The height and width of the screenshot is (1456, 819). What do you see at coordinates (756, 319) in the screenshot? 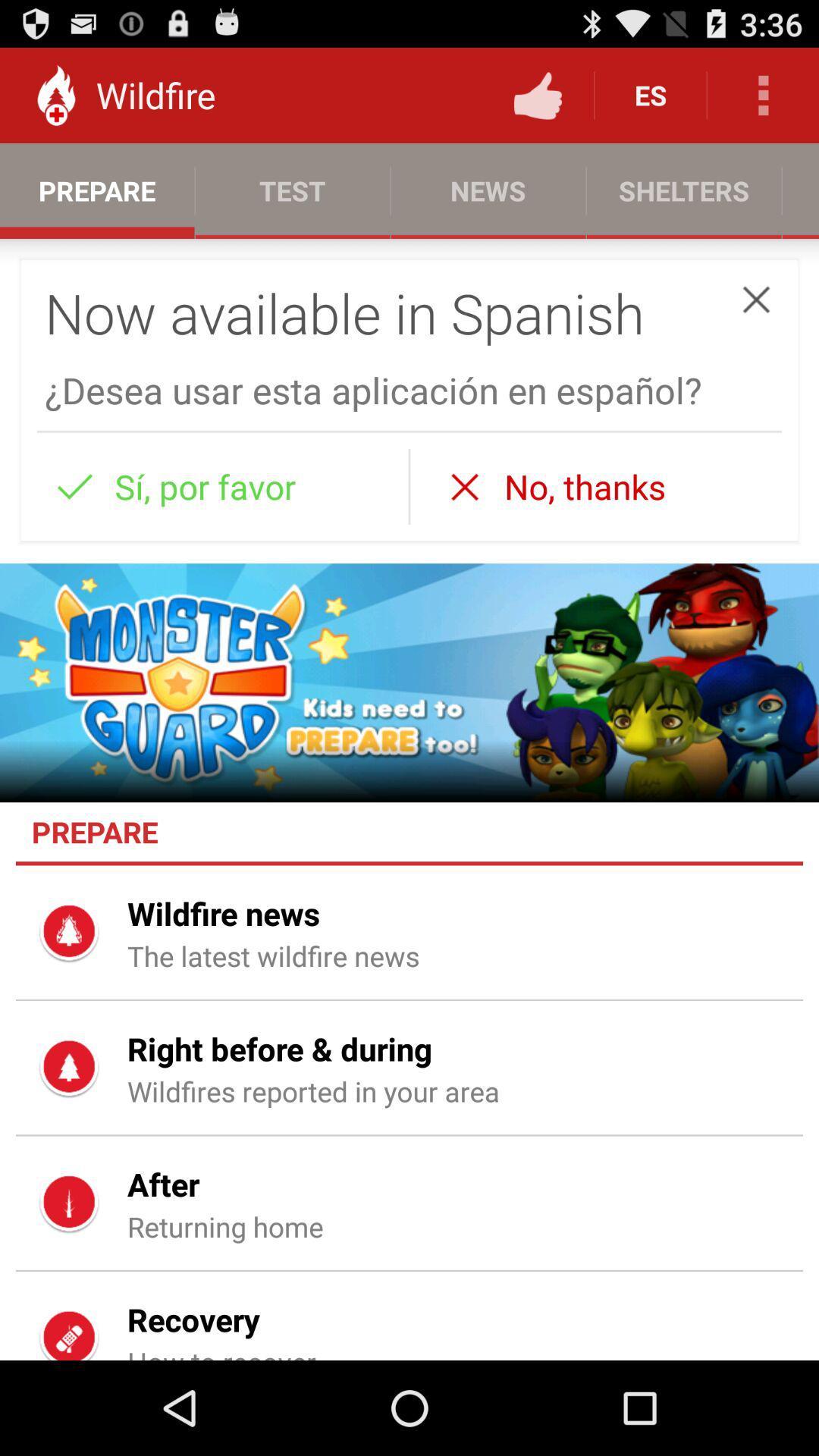
I see `the close icon` at bounding box center [756, 319].